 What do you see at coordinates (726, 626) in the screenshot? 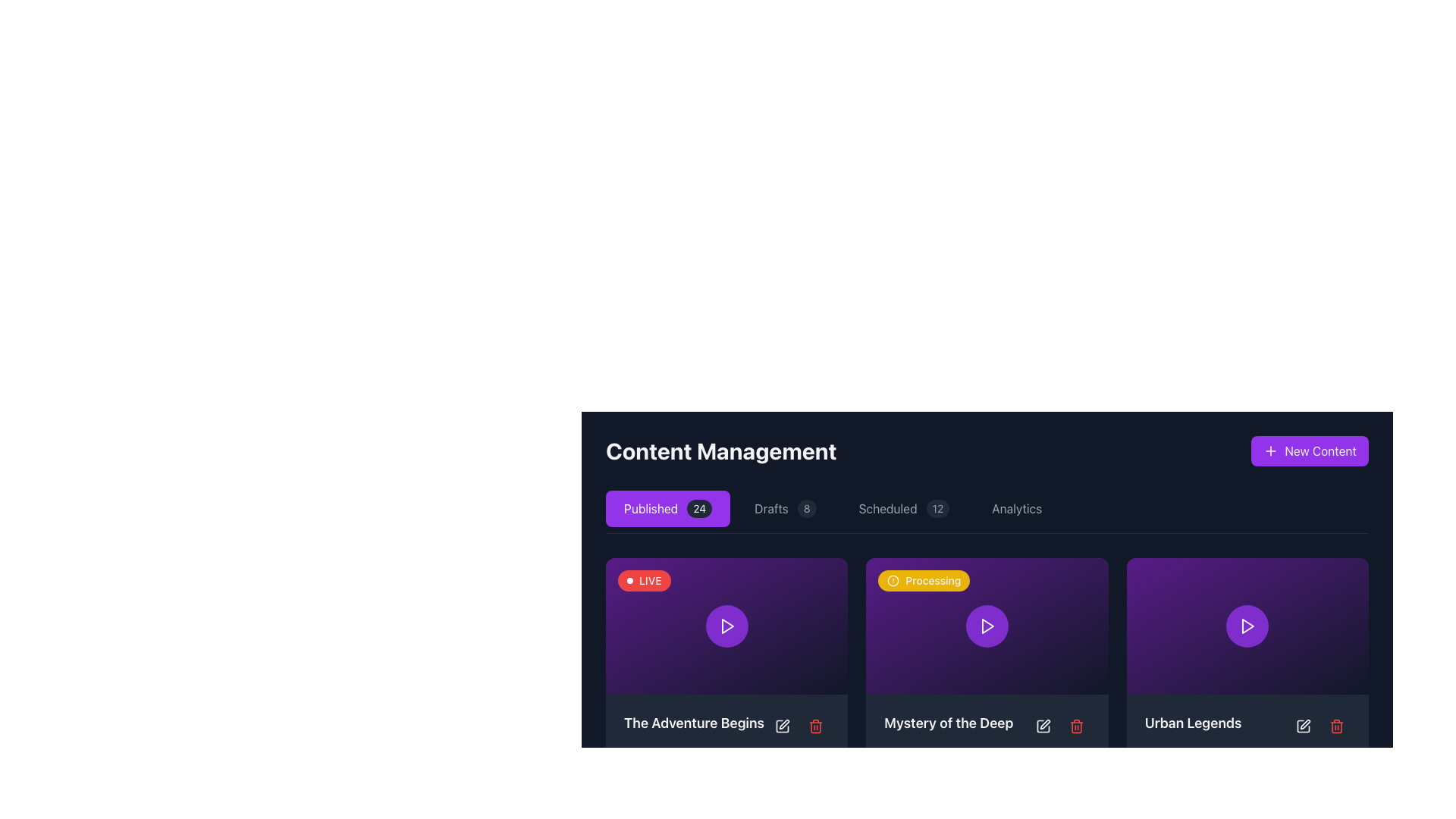
I see `the play icon within the purple circular button located in the leftmost card of the second row to initiate playback of the media content` at bounding box center [726, 626].